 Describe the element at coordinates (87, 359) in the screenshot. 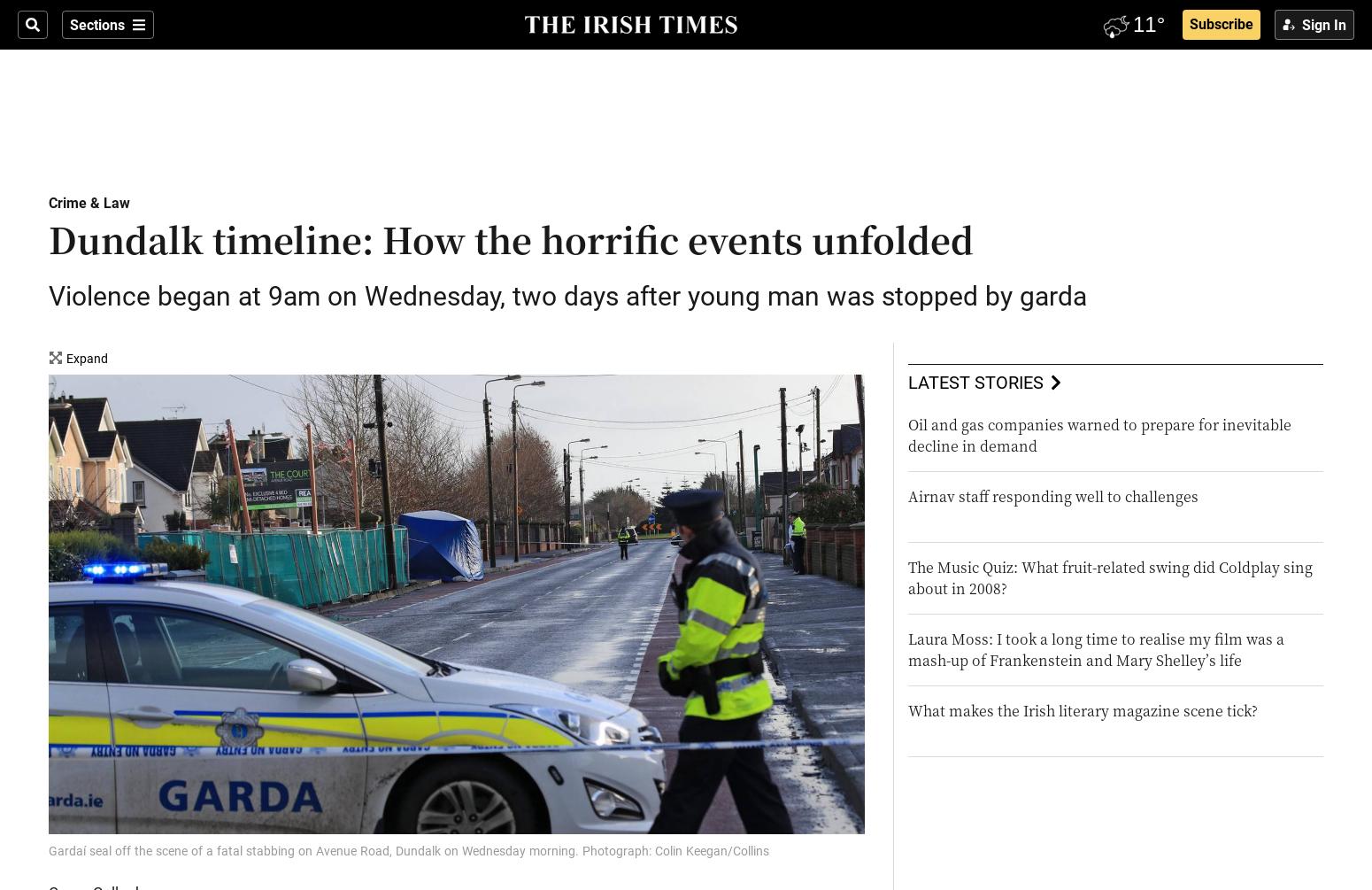

I see `'Expand'` at that location.